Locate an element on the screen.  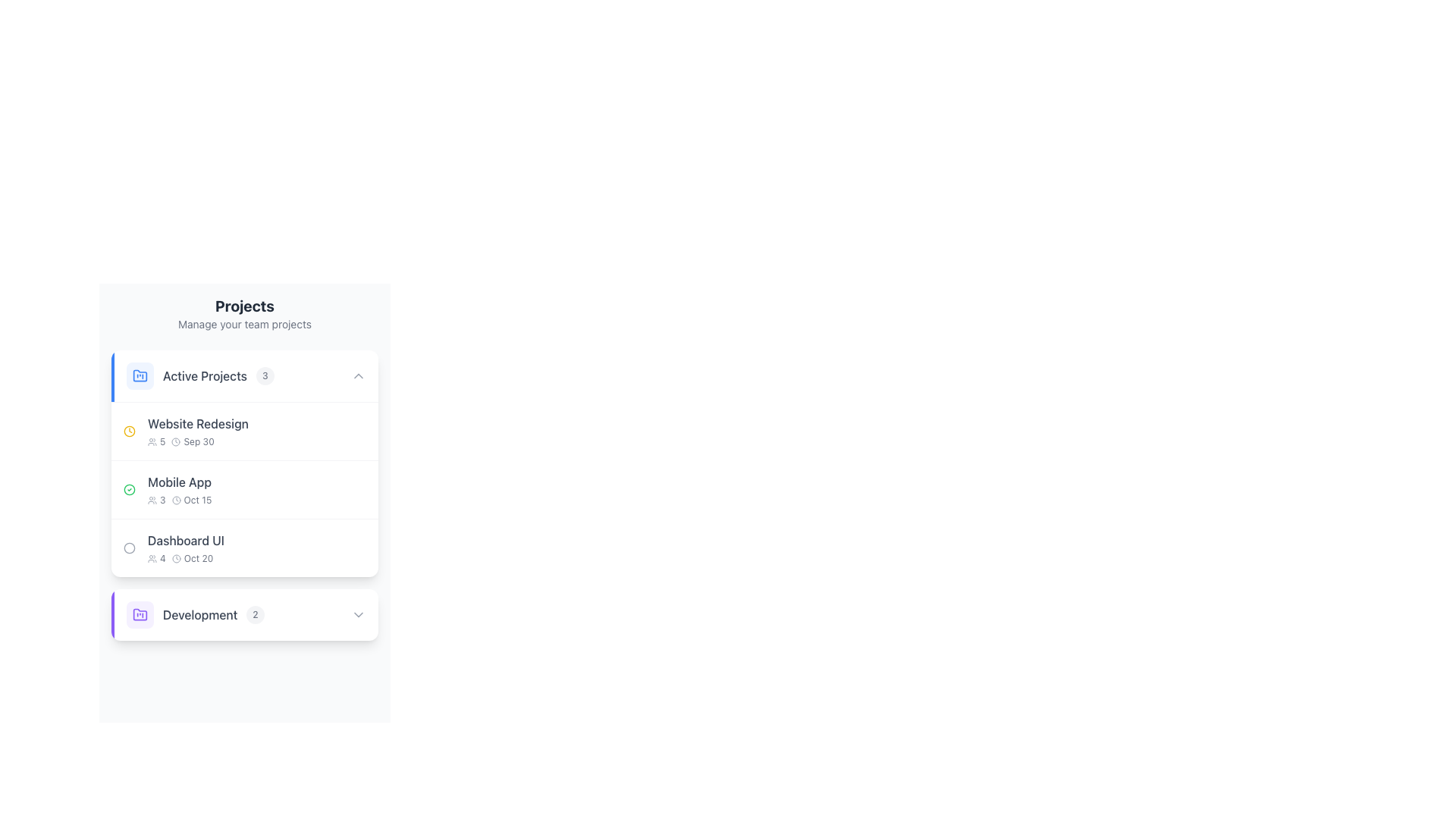
the downward-pointing chevron icon located at the far right of the 'Active Projects' section is located at coordinates (358, 375).